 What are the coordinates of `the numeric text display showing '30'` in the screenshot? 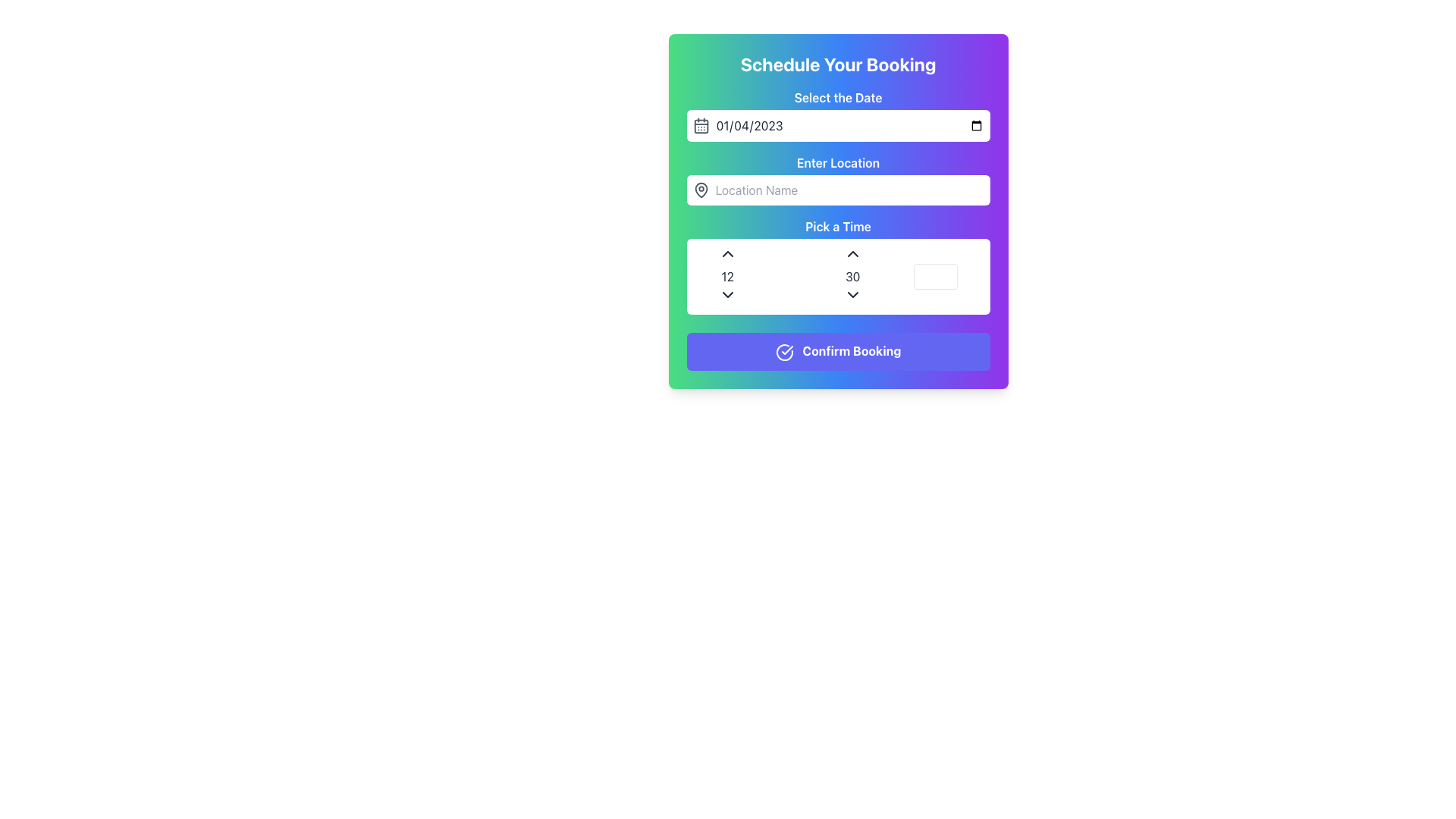 It's located at (852, 277).